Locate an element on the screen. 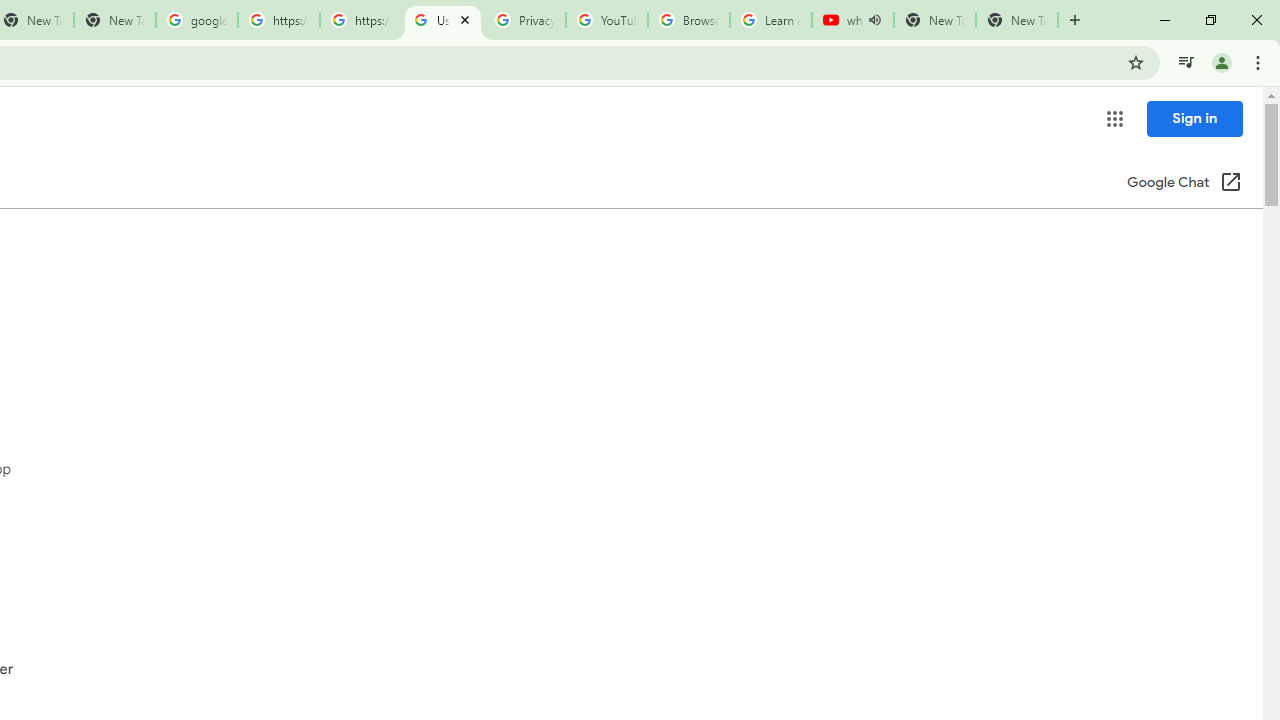 Image resolution: width=1280 pixels, height=720 pixels. 'https://scholar.google.com/' is located at coordinates (360, 20).